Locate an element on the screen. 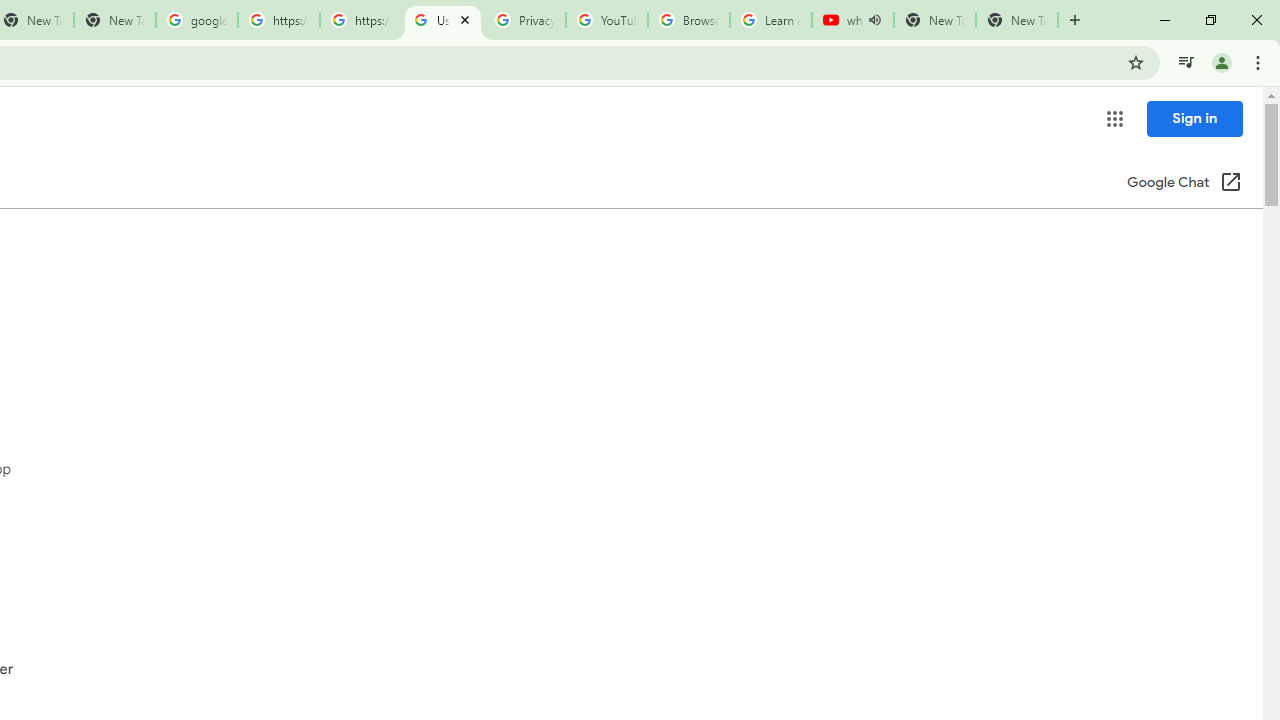 Image resolution: width=1280 pixels, height=720 pixels. 'https://scholar.google.com/' is located at coordinates (360, 20).